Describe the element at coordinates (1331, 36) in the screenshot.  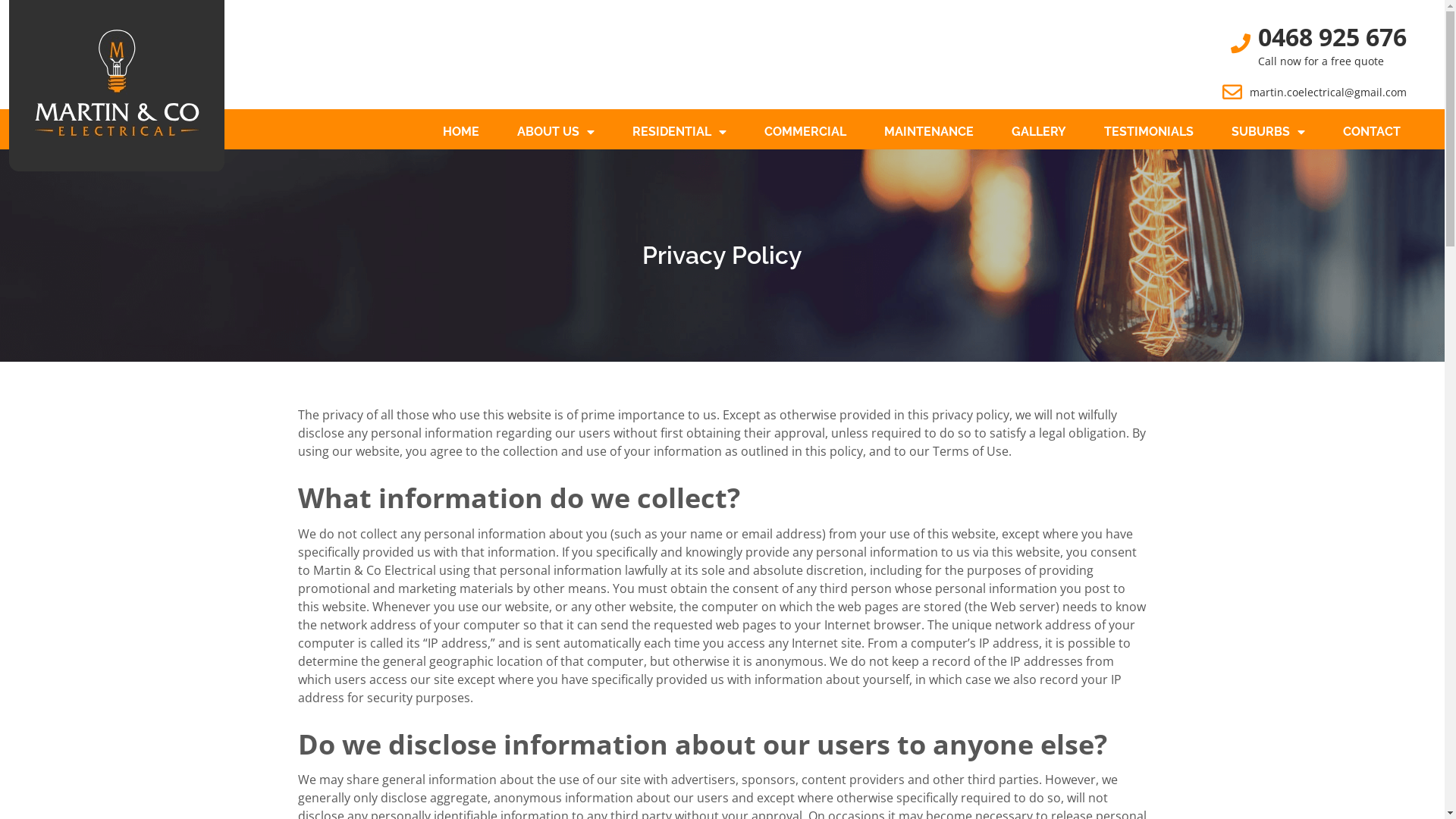
I see `'0468 925 676'` at that location.